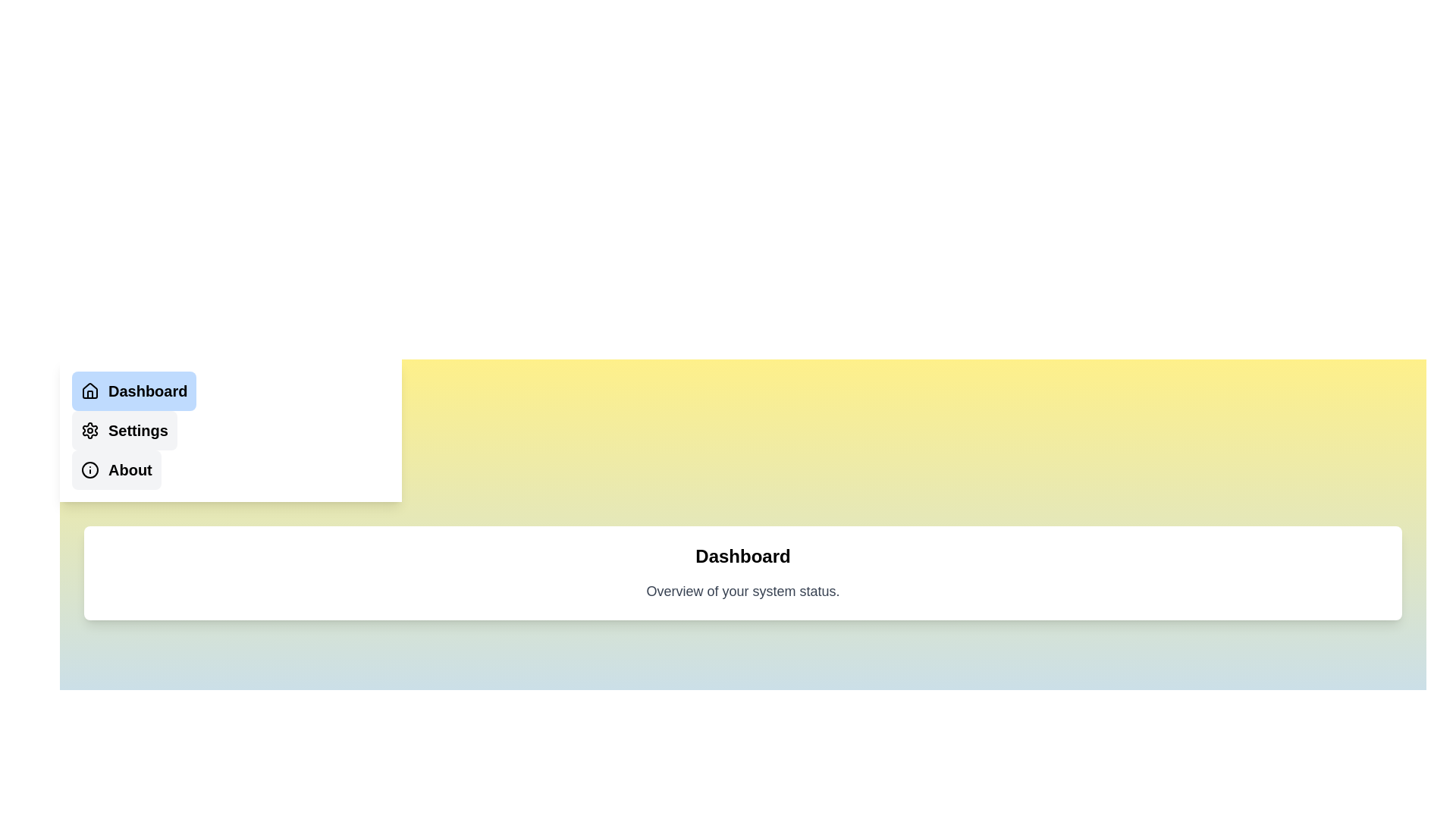 This screenshot has height=819, width=1456. I want to click on the text element labeled Overview of your system status. to inspect or copy its content, so click(742, 590).